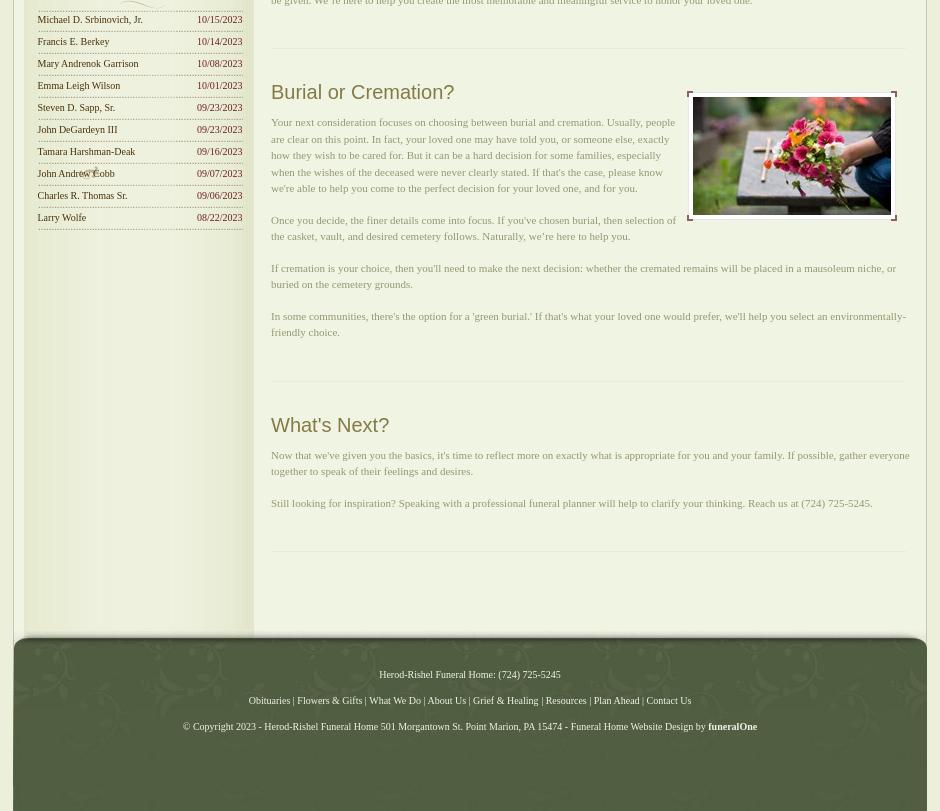  What do you see at coordinates (614, 699) in the screenshot?
I see `'Plan Ahead'` at bounding box center [614, 699].